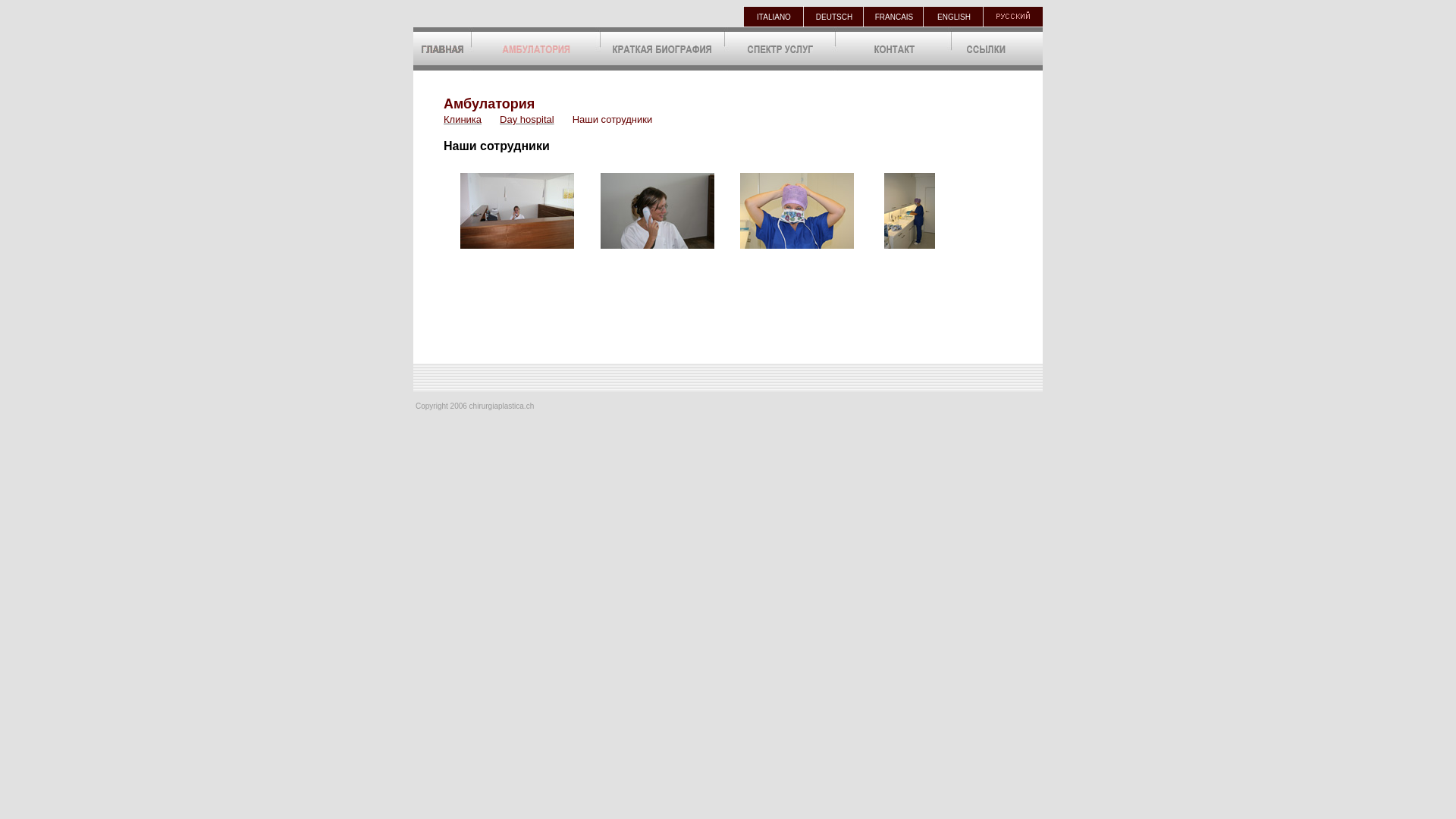 Image resolution: width=1456 pixels, height=819 pixels. Describe the element at coordinates (952, 16) in the screenshot. I see `'ENGLISH'` at that location.